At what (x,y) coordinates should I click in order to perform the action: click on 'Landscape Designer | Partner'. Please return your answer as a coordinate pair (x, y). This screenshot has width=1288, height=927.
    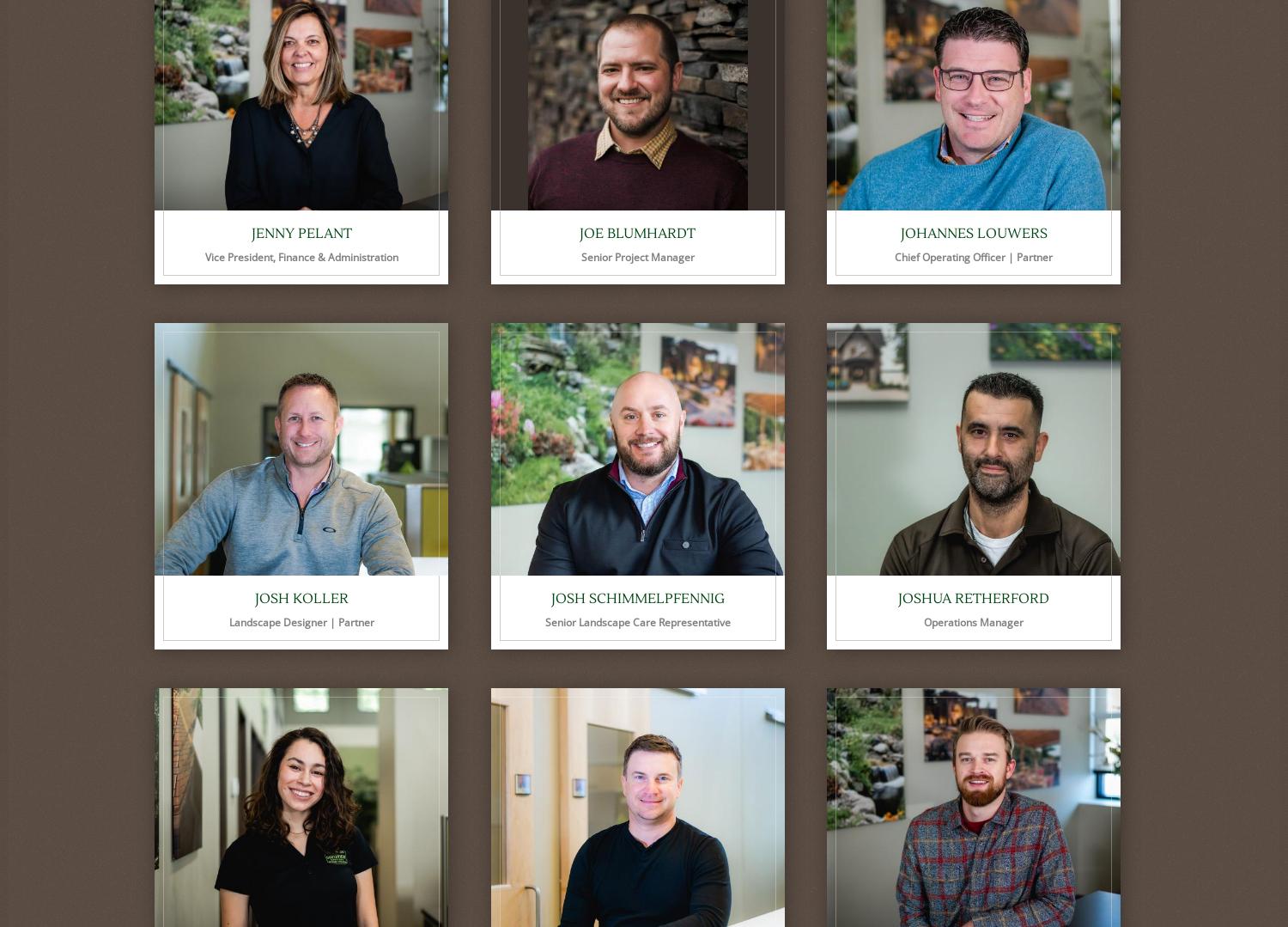
    Looking at the image, I should click on (300, 621).